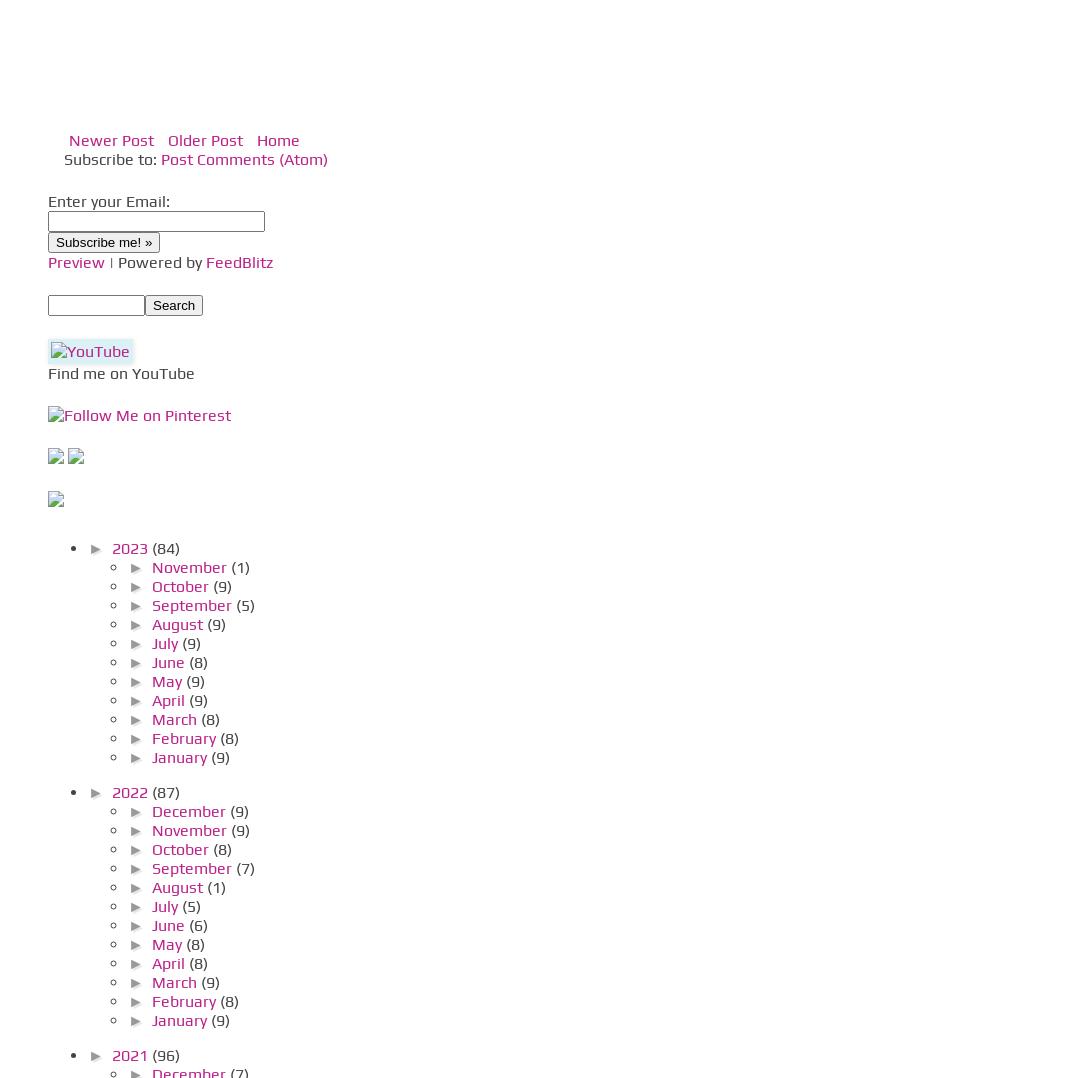  I want to click on 'Pinterest', so click(77, 388).